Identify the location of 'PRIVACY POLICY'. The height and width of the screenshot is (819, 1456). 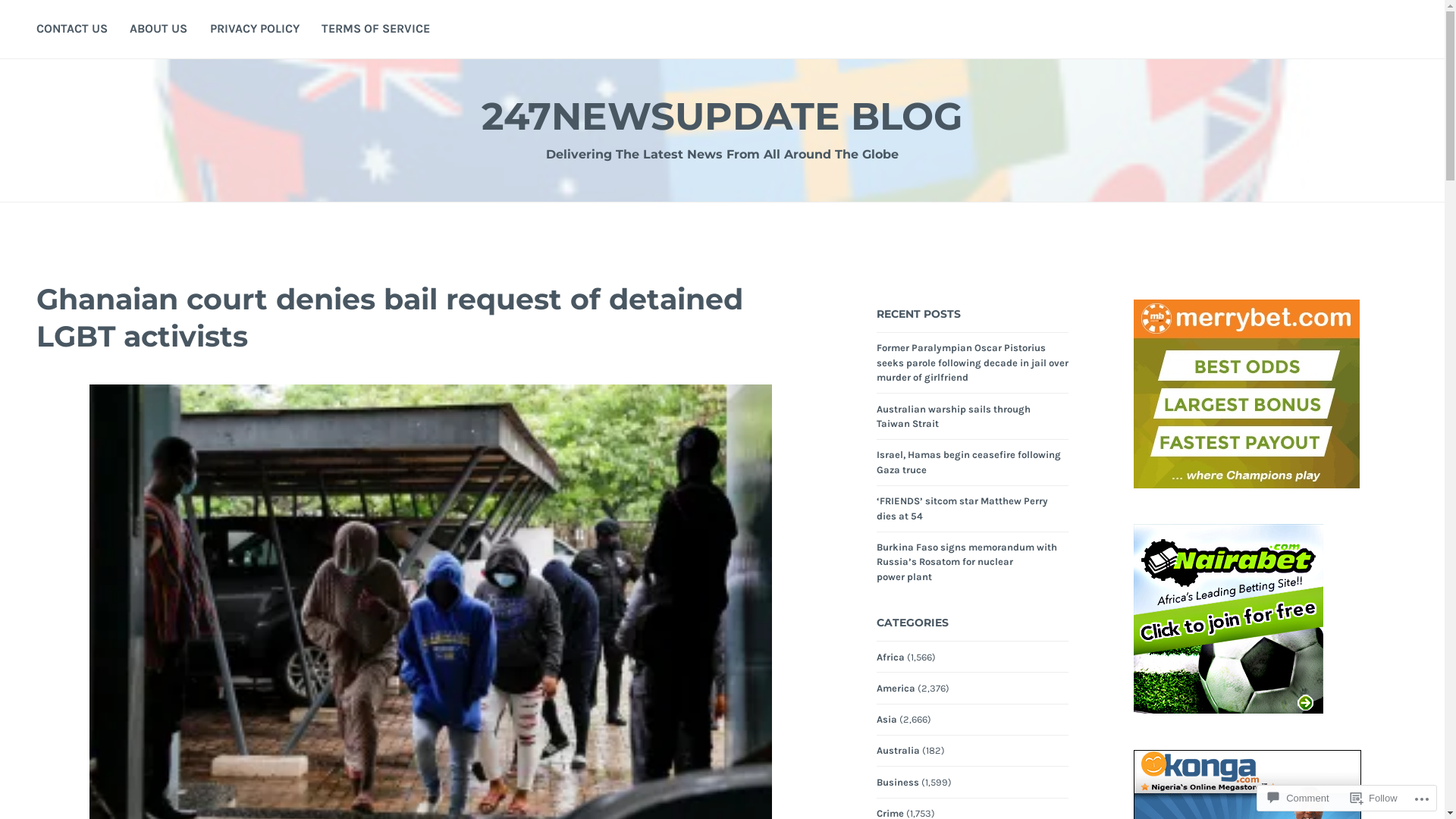
(255, 29).